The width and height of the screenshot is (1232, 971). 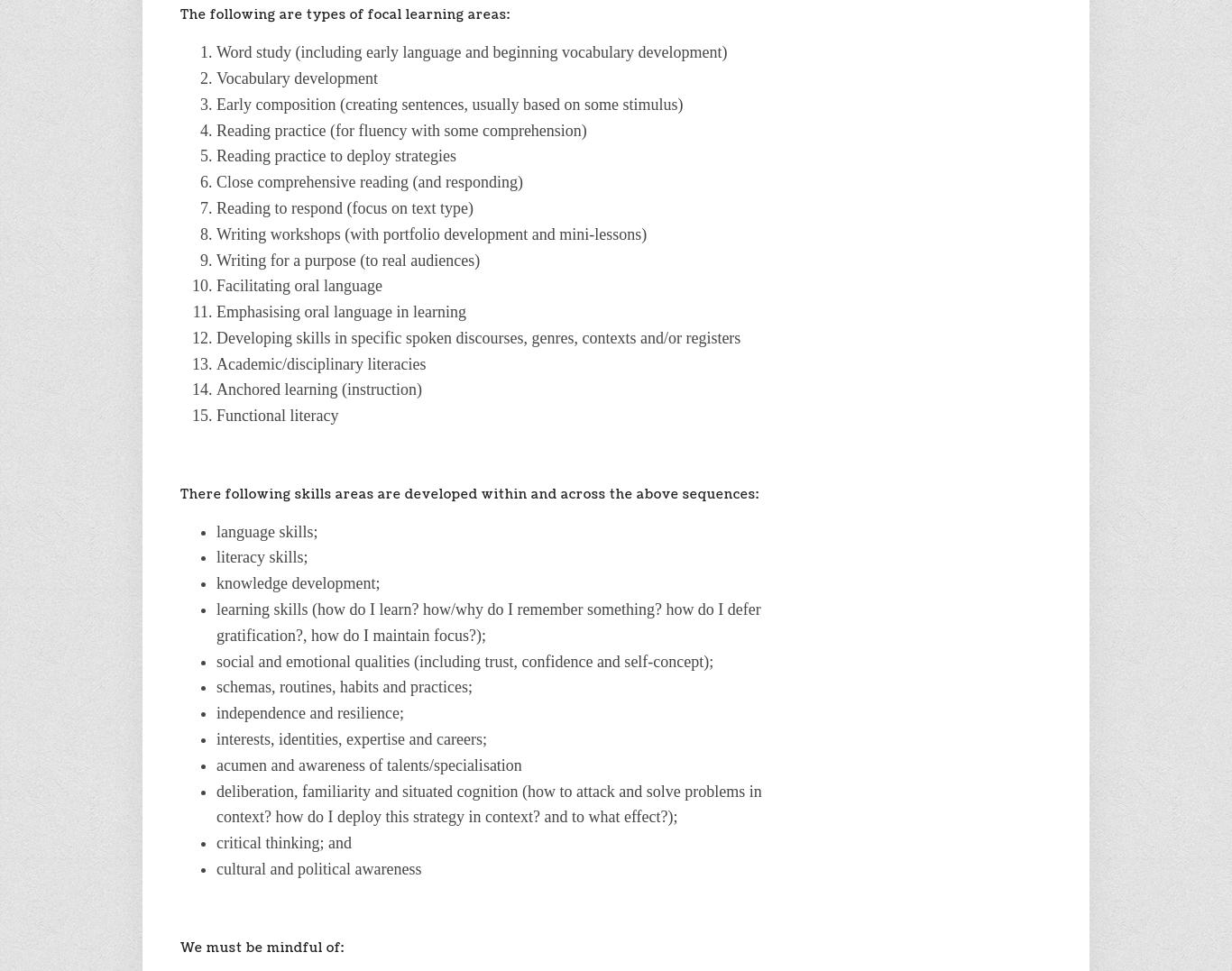 I want to click on 'cultural and political awareness', so click(x=317, y=869).